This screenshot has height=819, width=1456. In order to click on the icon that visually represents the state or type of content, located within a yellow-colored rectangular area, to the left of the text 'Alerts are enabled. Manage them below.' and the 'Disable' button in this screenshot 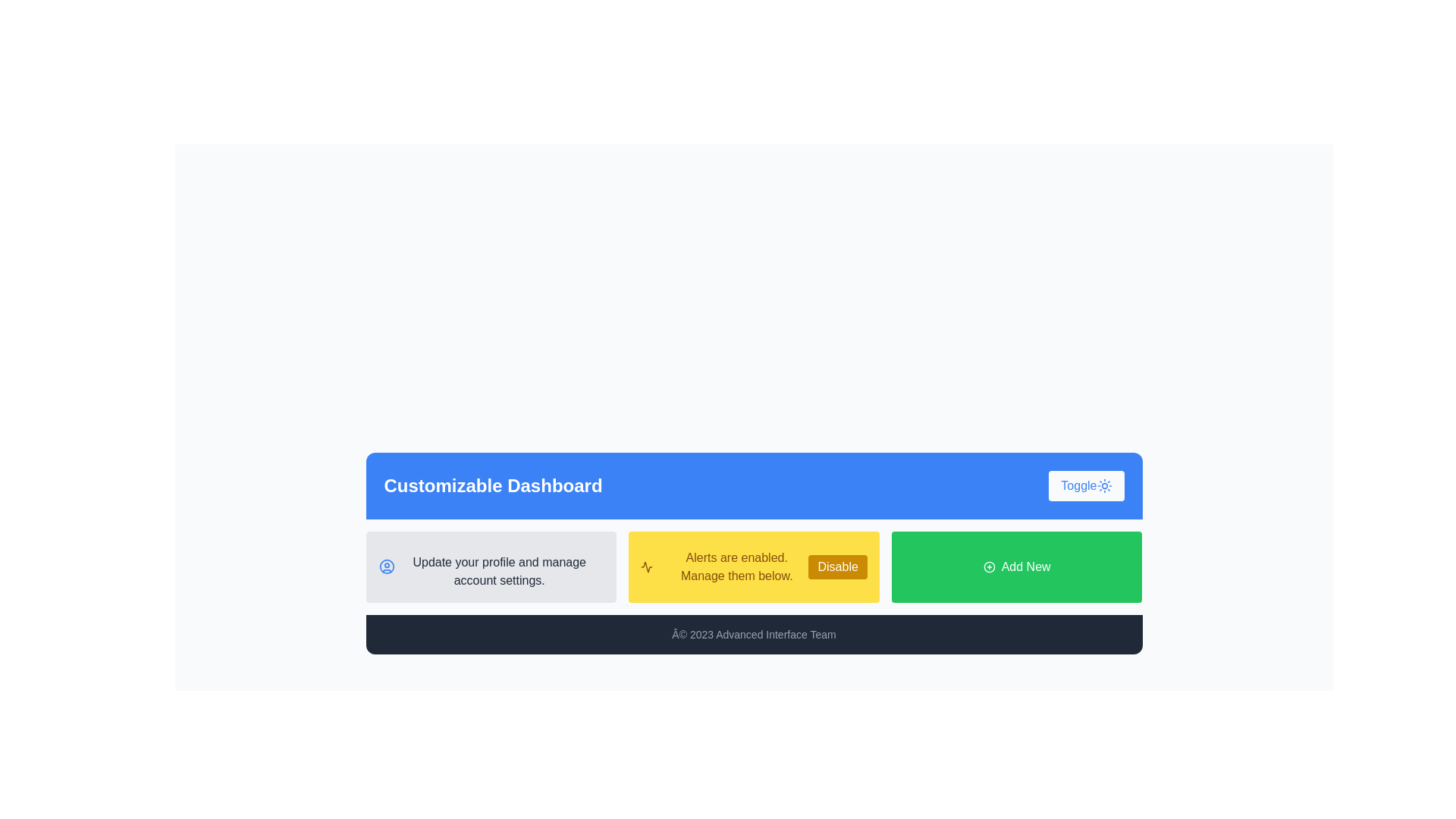, I will do `click(647, 567)`.